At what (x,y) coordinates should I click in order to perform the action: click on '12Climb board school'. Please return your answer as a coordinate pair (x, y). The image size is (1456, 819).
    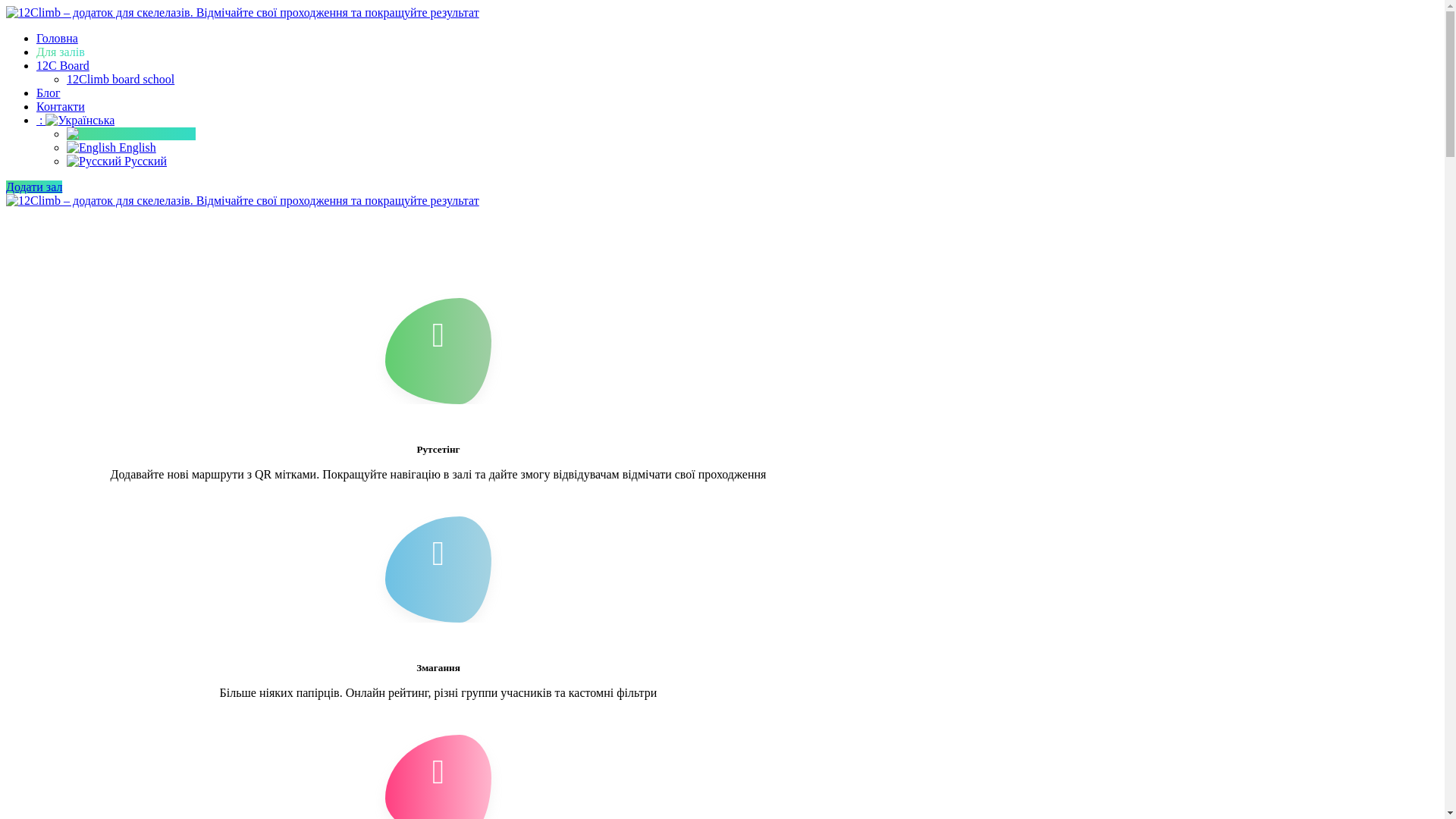
    Looking at the image, I should click on (119, 79).